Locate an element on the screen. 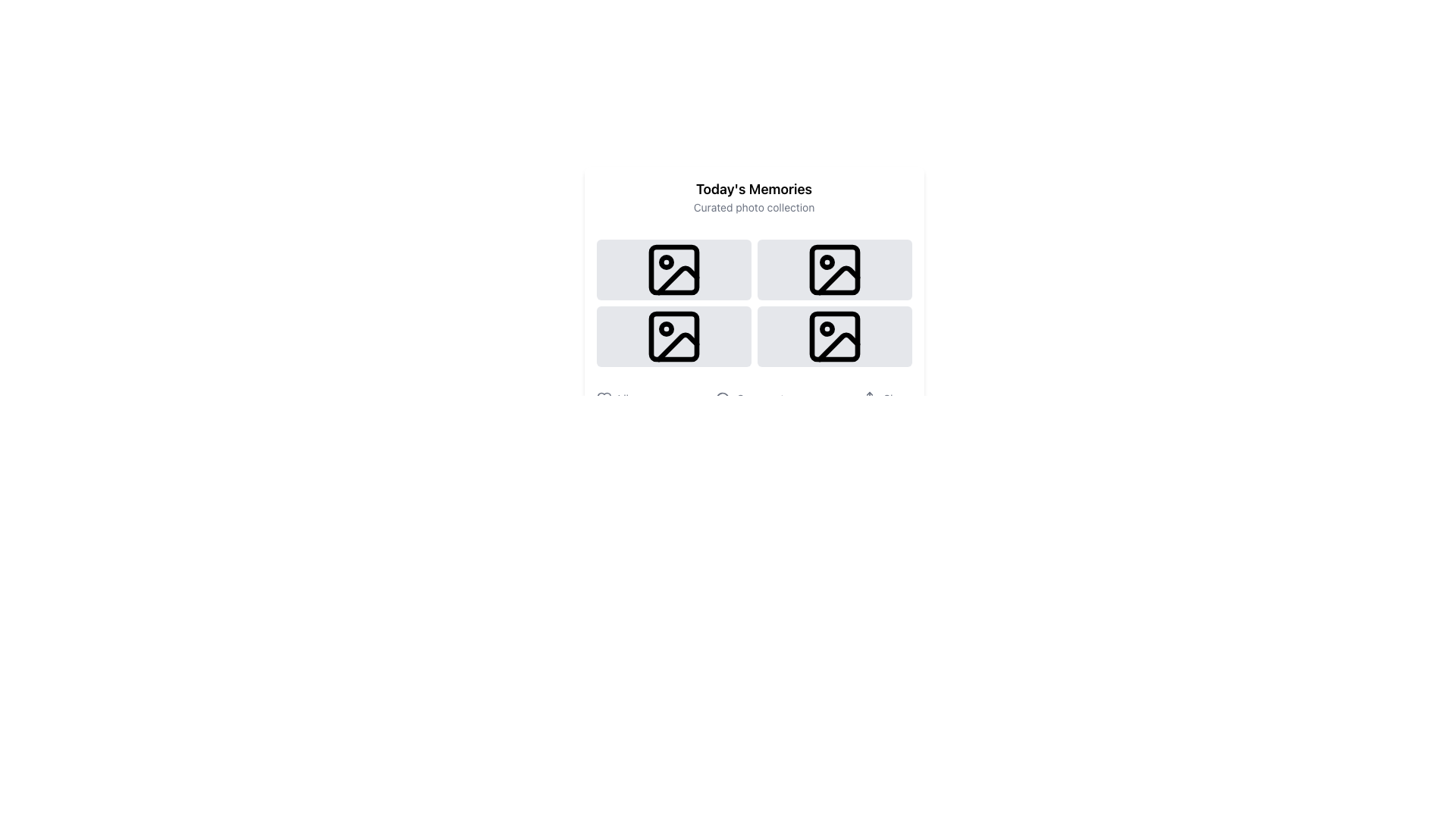 The height and width of the screenshot is (819, 1456). the decorative graphical element inside the top-left icon of the grid of image placeholders is located at coordinates (666, 262).